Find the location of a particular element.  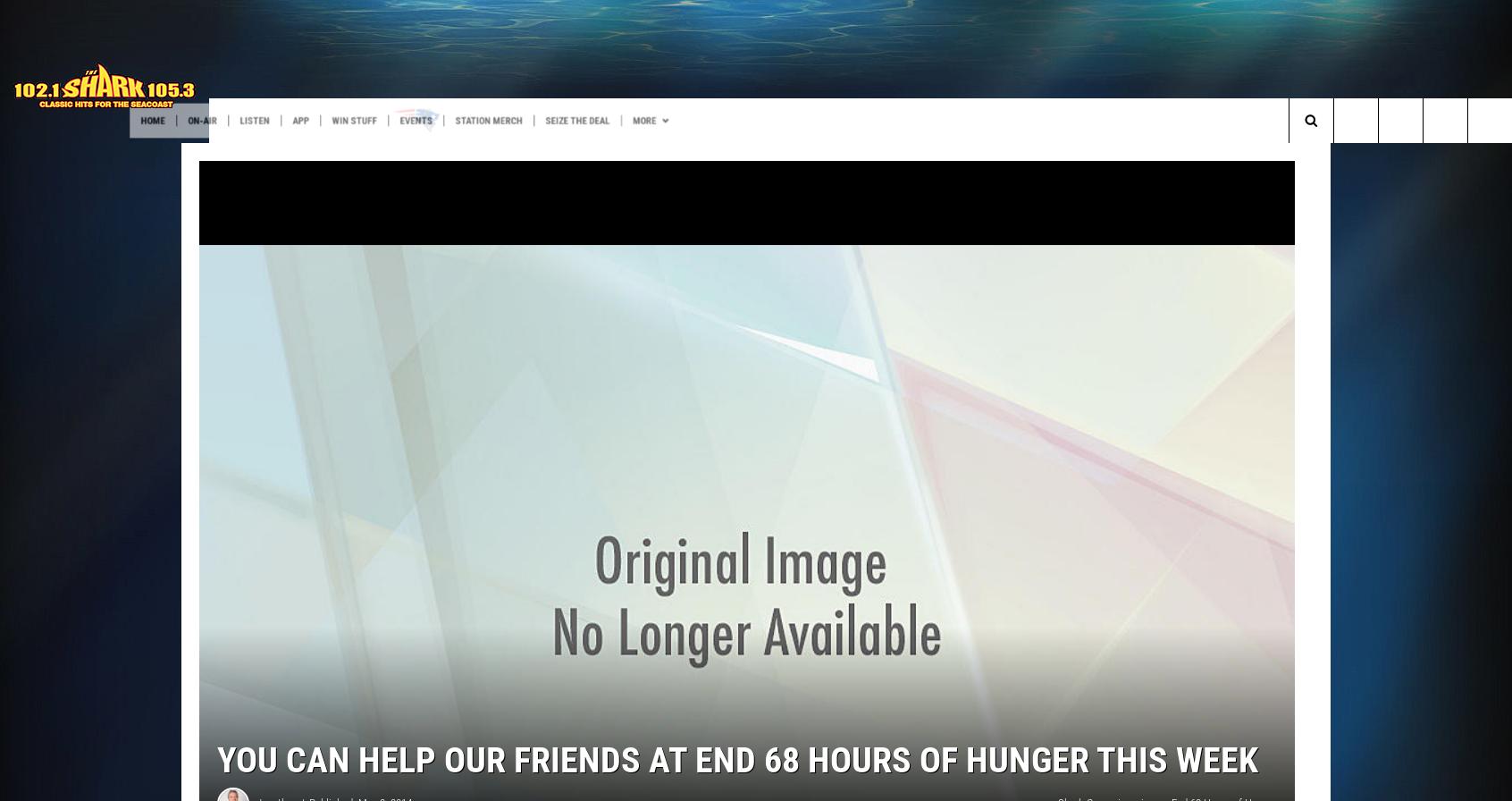

'On-Air' is located at coordinates (302, 121).